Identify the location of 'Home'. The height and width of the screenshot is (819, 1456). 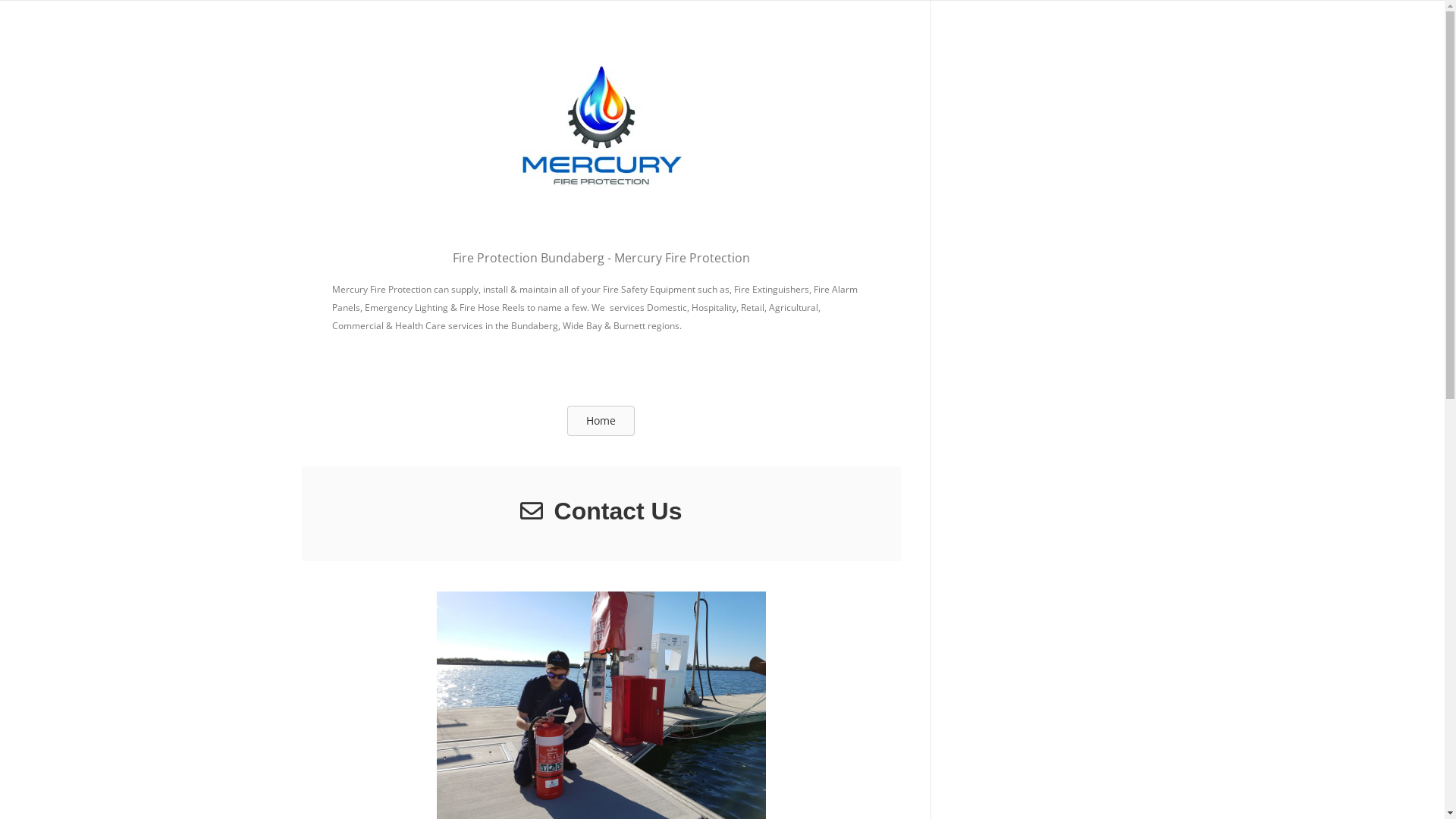
(600, 421).